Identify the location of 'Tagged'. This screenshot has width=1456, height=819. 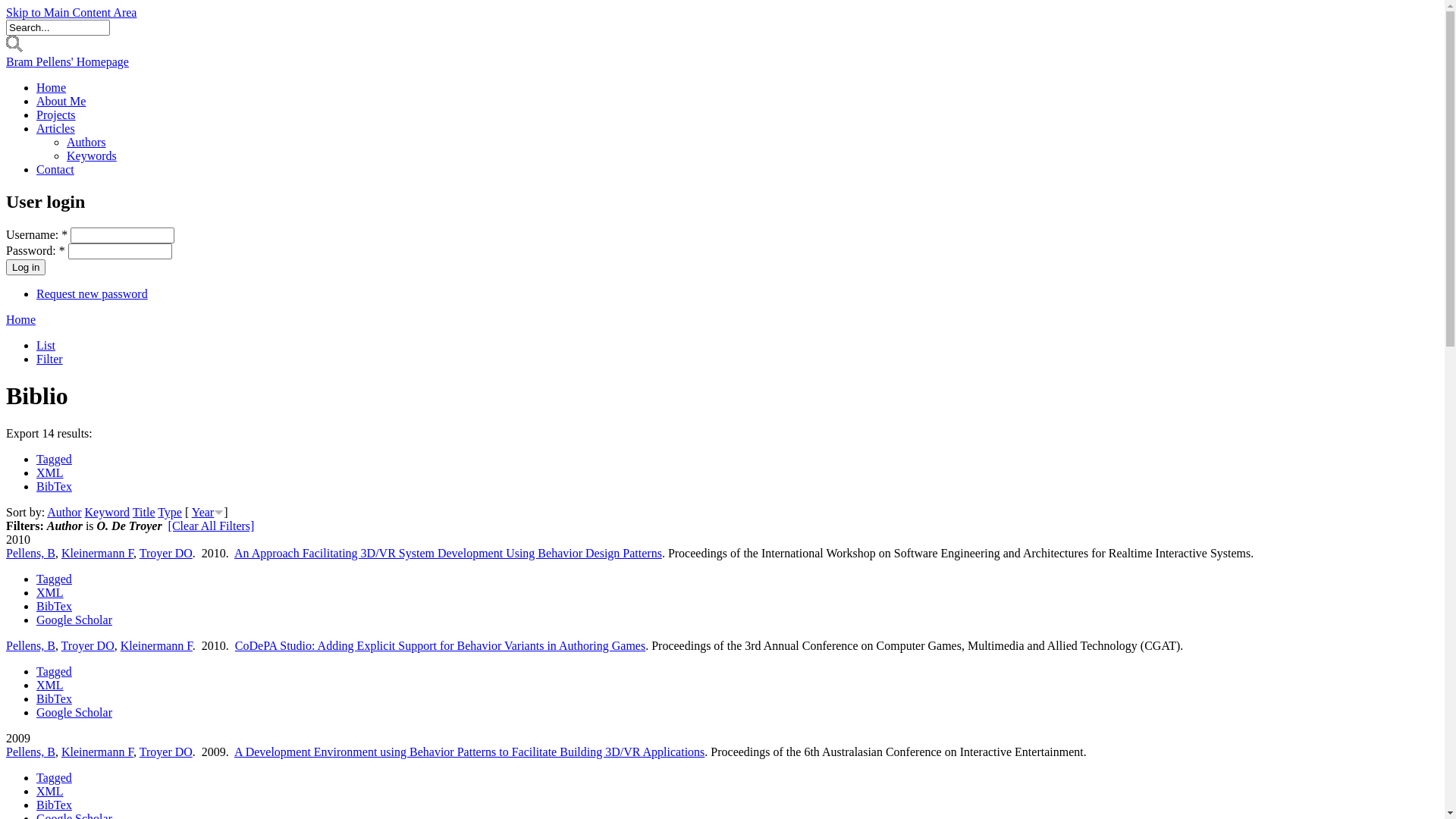
(36, 777).